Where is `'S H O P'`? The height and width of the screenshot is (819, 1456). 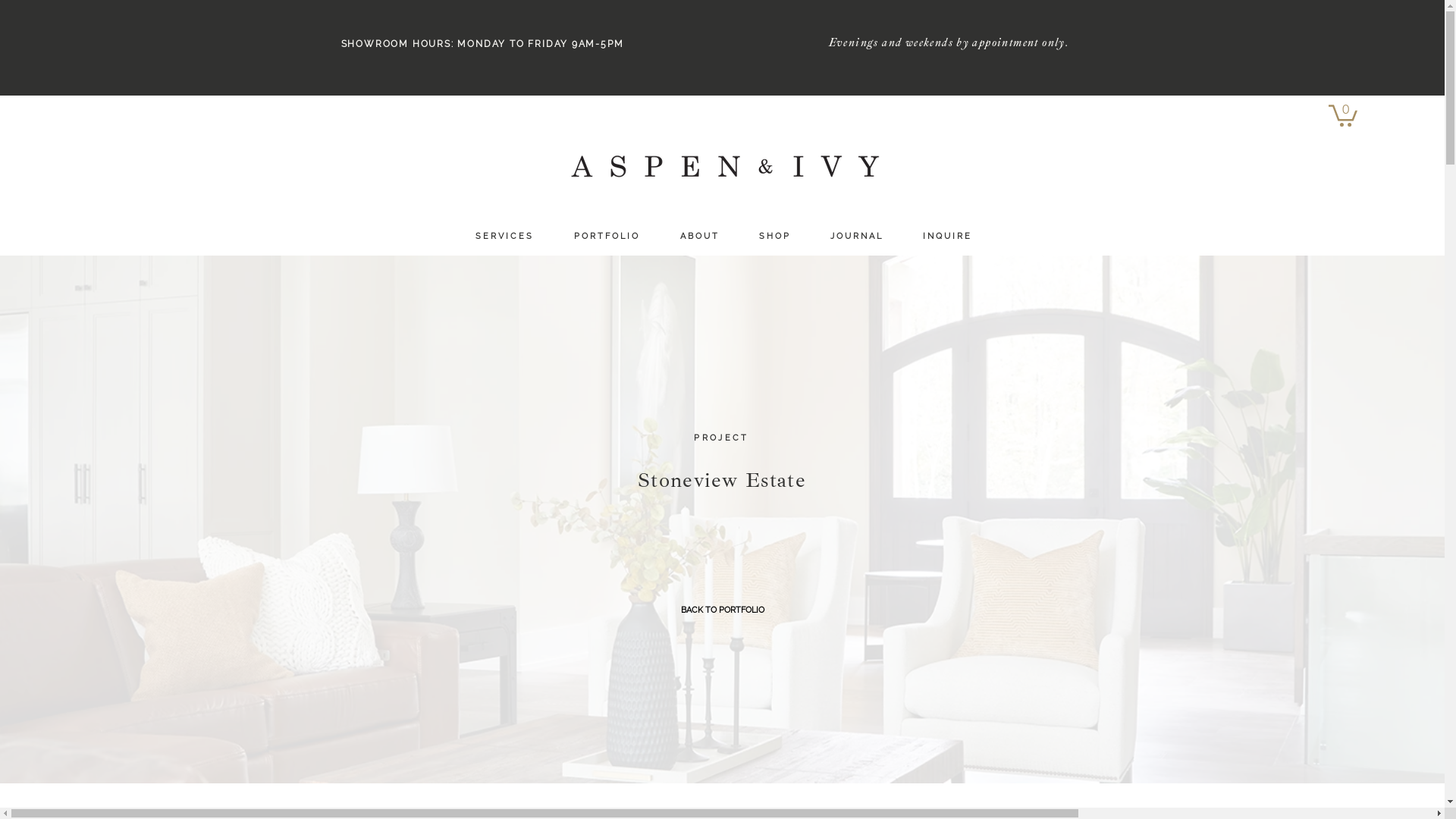 'S H O P' is located at coordinates (774, 237).